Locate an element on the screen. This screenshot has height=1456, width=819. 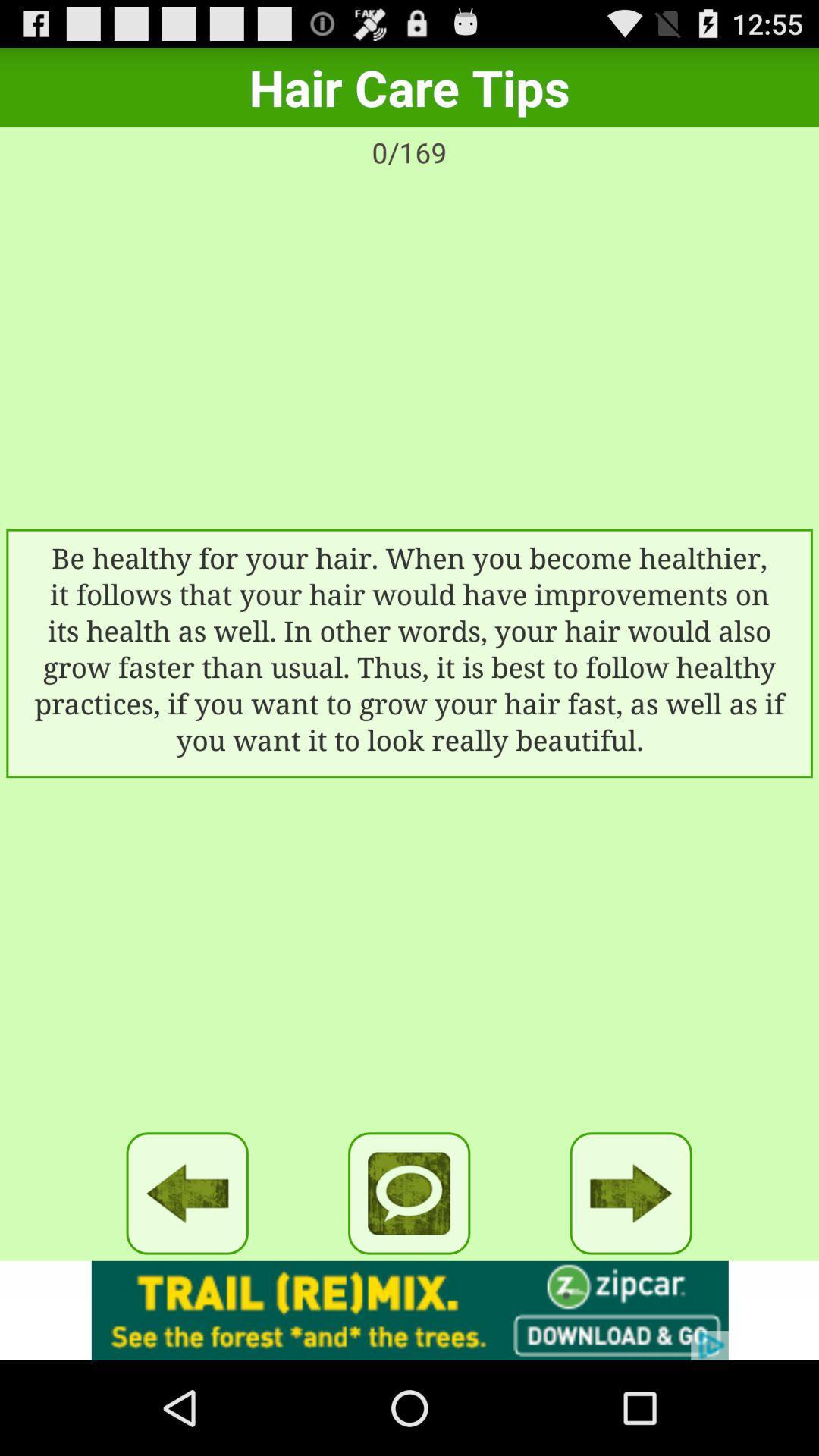
the arrow_forward icon is located at coordinates (631, 1276).